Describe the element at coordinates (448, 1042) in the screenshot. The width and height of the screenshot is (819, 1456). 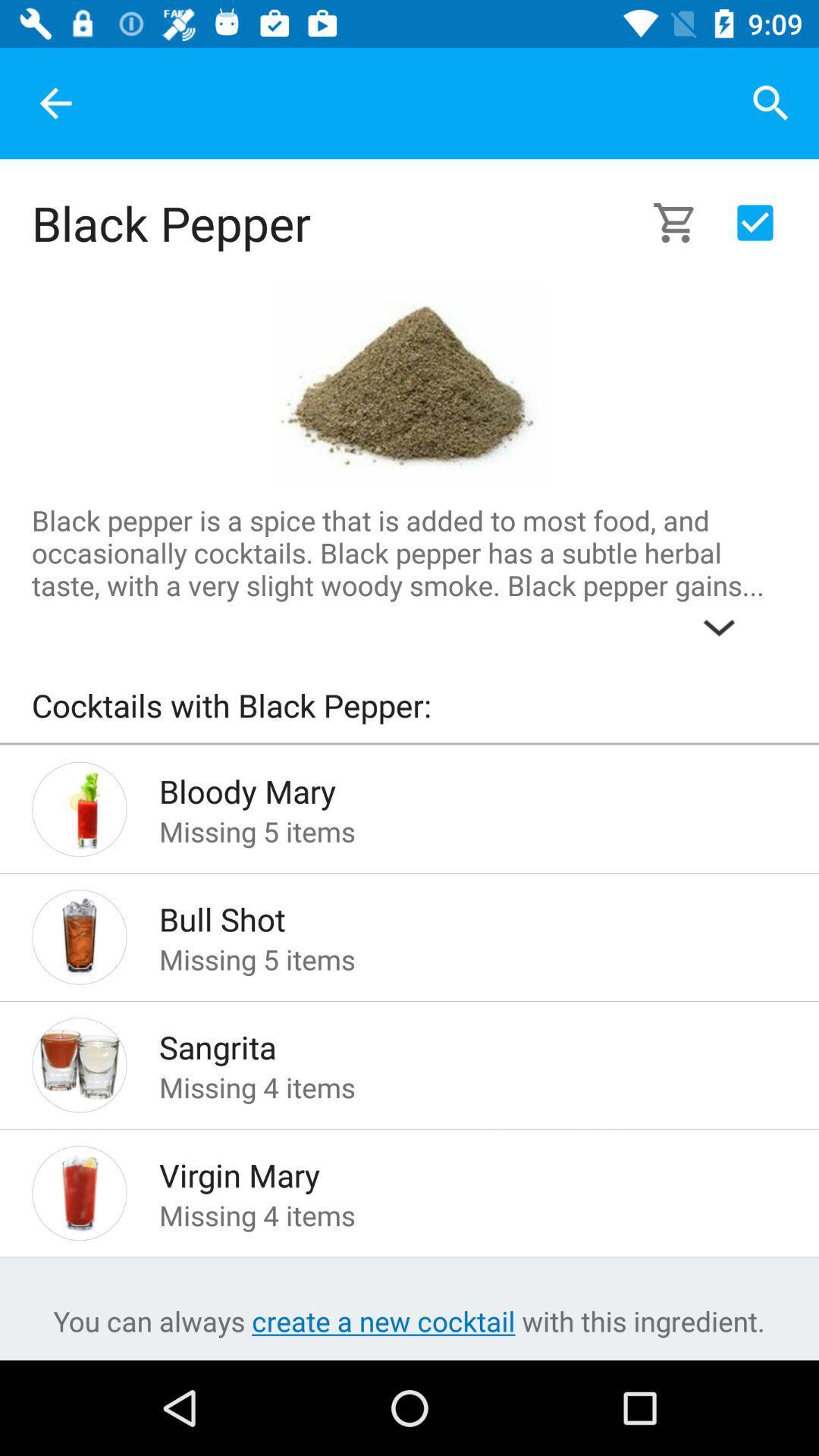
I see `the icon above the missing 4 items item` at that location.